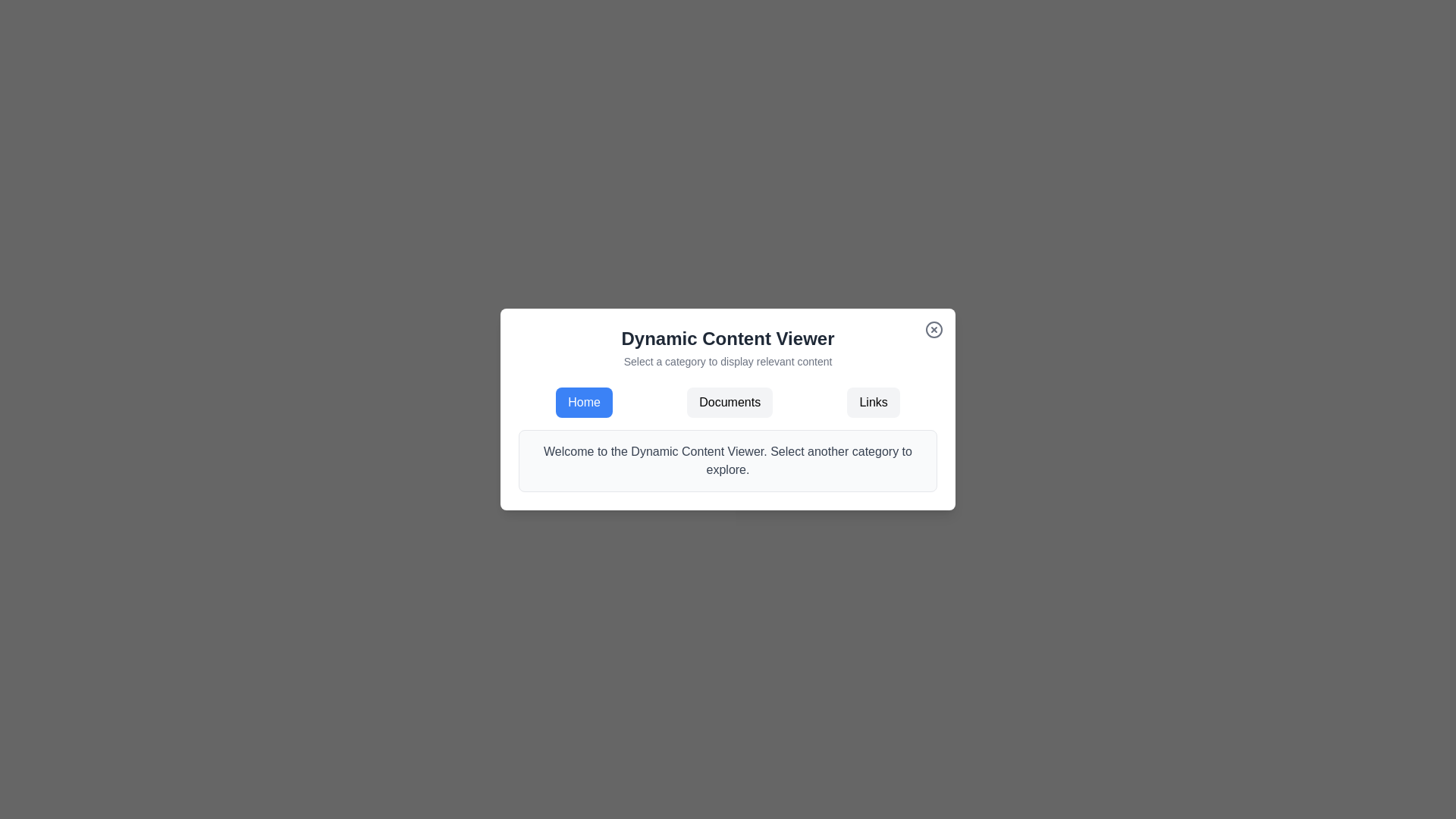 The width and height of the screenshot is (1456, 819). Describe the element at coordinates (728, 409) in the screenshot. I see `the 'Documents' button, which is the second button in a horizontal set of three buttons ('Home', 'Documents', 'Links') located at the upper section of the modal window, to change its background color` at that location.